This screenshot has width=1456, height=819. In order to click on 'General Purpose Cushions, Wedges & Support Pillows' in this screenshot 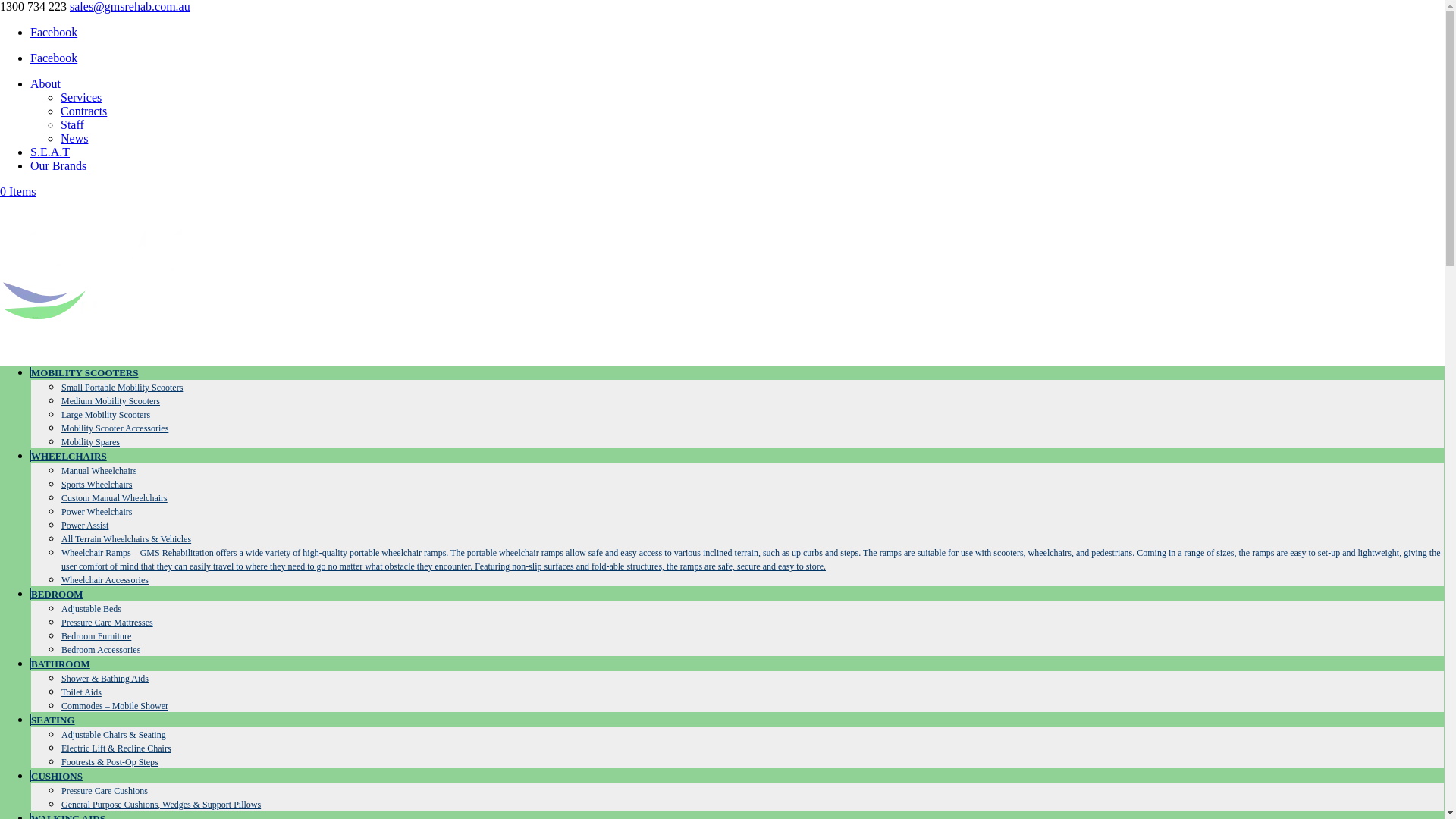, I will do `click(61, 803)`.